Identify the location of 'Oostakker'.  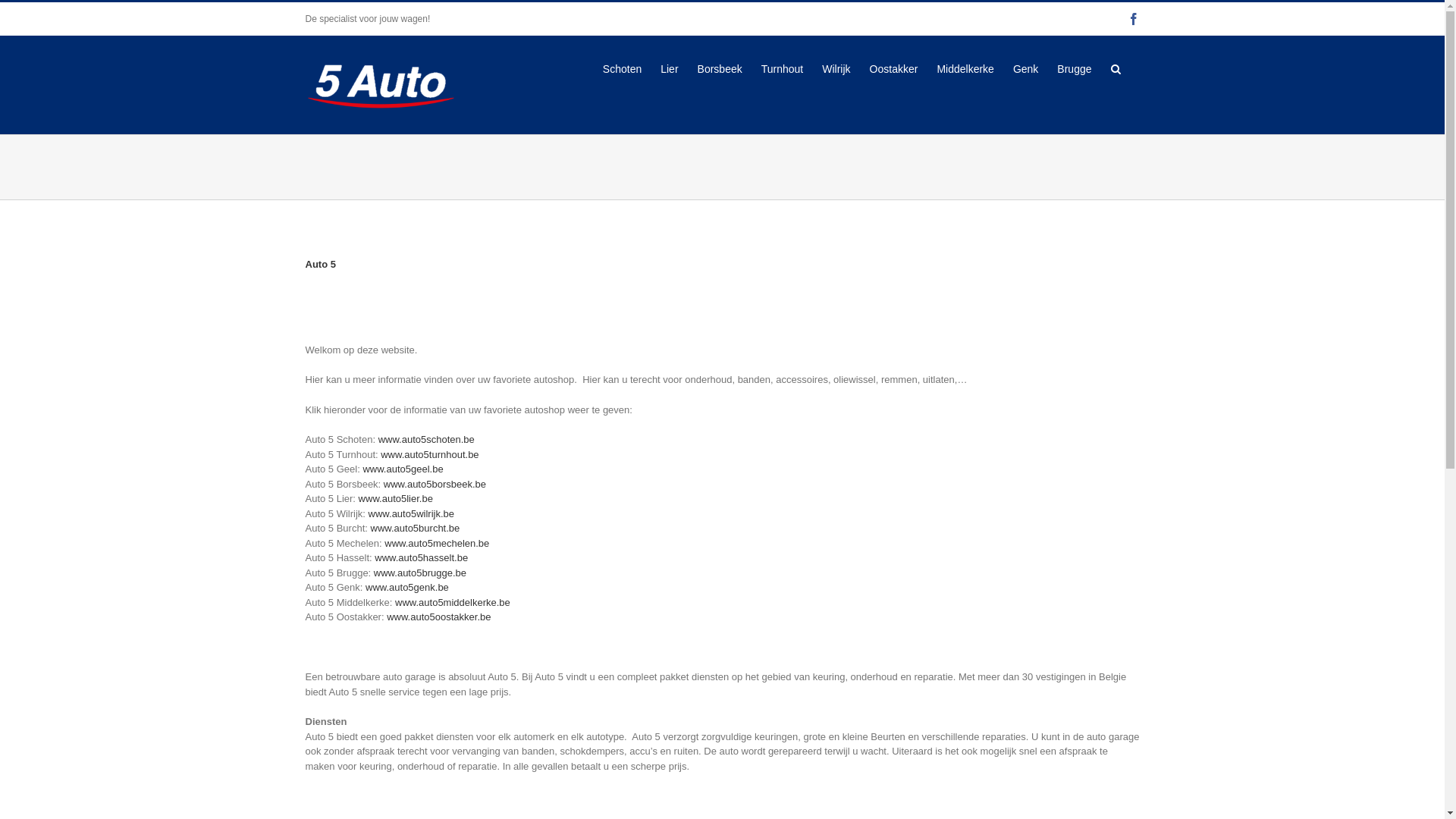
(894, 67).